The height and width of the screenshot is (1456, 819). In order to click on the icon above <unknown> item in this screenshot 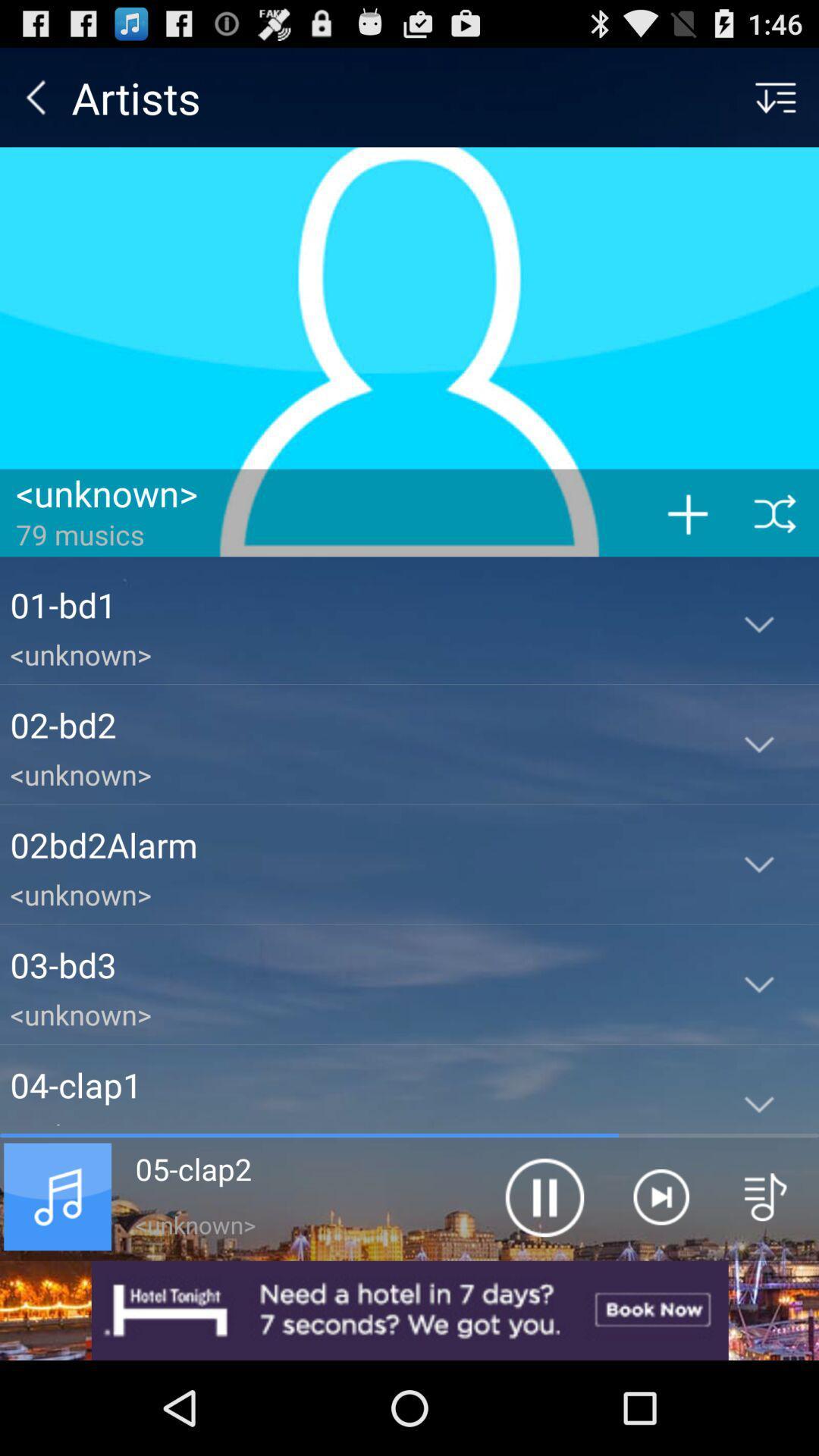, I will do `click(354, 844)`.